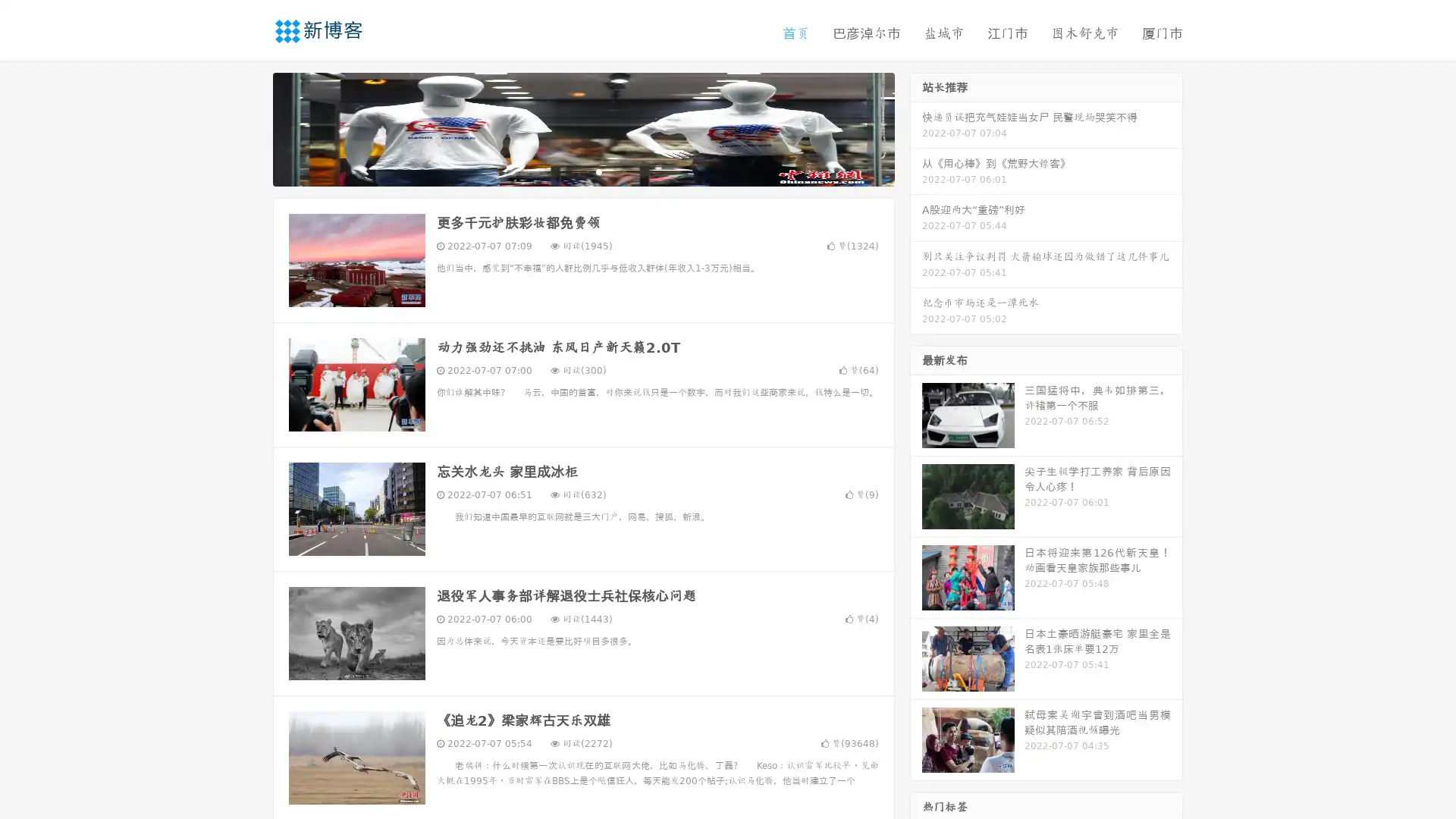 The height and width of the screenshot is (819, 1456). Describe the element at coordinates (916, 127) in the screenshot. I see `Next slide` at that location.